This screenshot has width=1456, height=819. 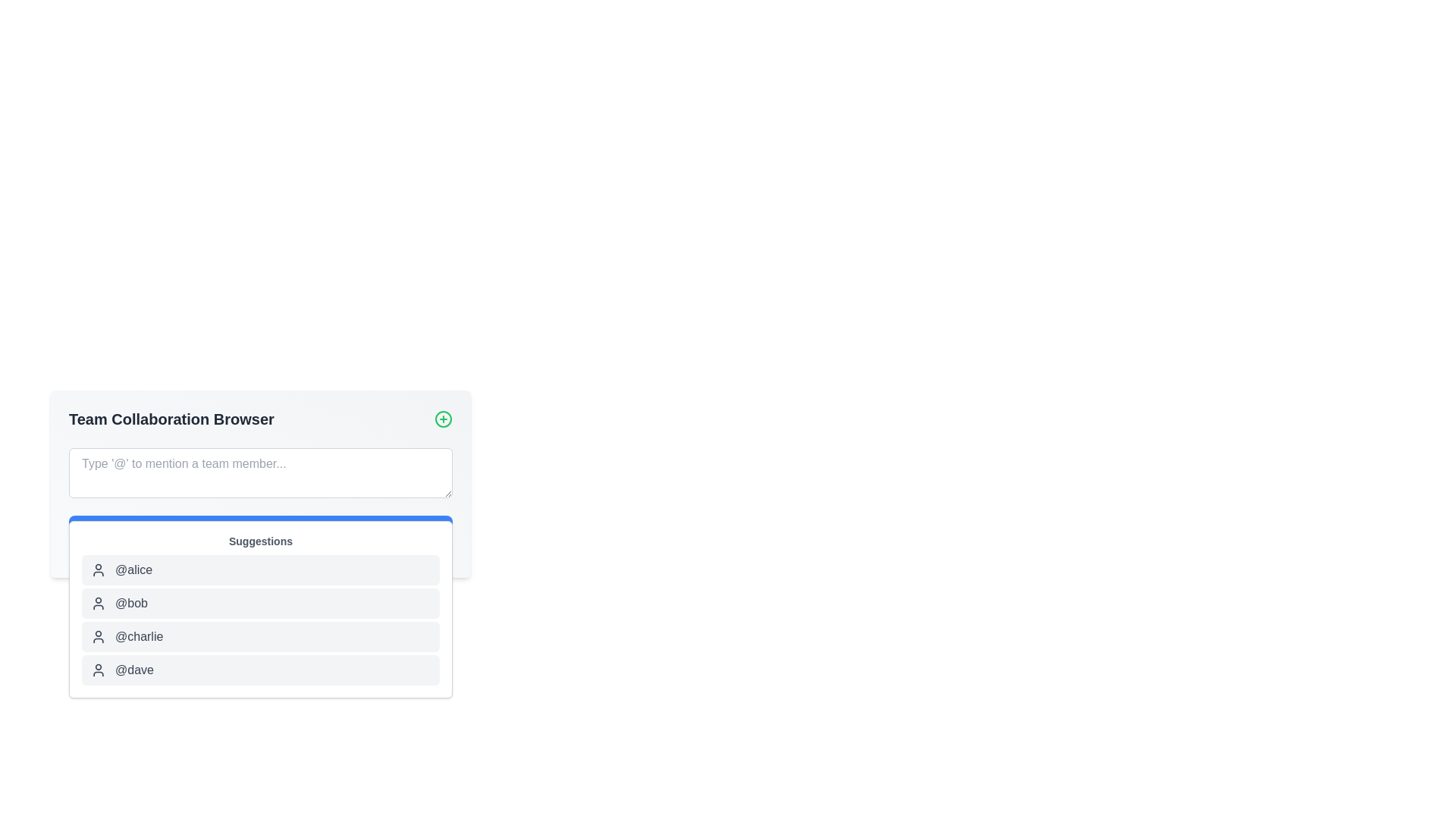 What do you see at coordinates (261, 570) in the screenshot?
I see `the first list entry element that represents the selectable user suggestion '@alice' to fill the input field with this suggestion` at bounding box center [261, 570].